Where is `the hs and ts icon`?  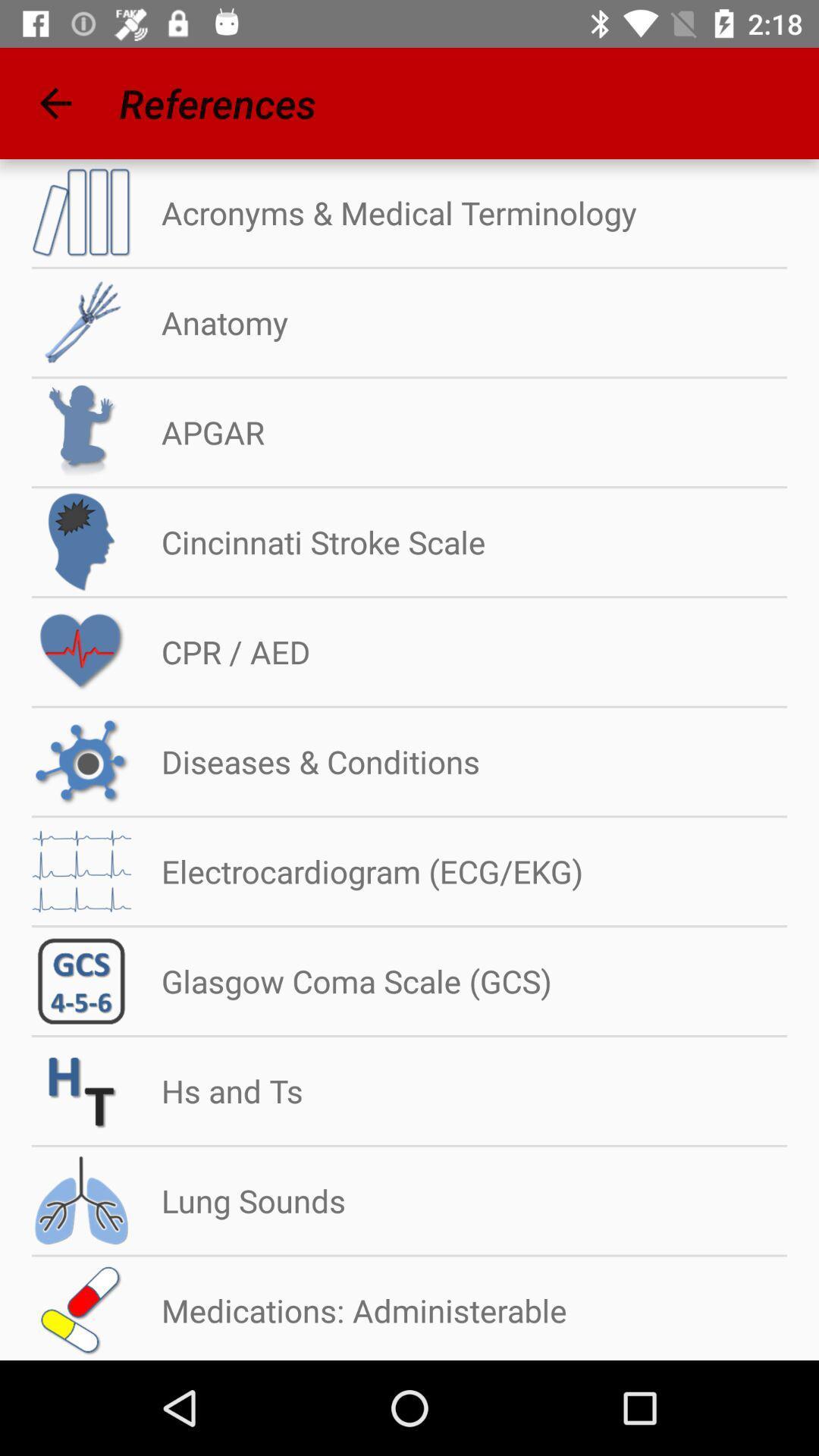 the hs and ts icon is located at coordinates (217, 1090).